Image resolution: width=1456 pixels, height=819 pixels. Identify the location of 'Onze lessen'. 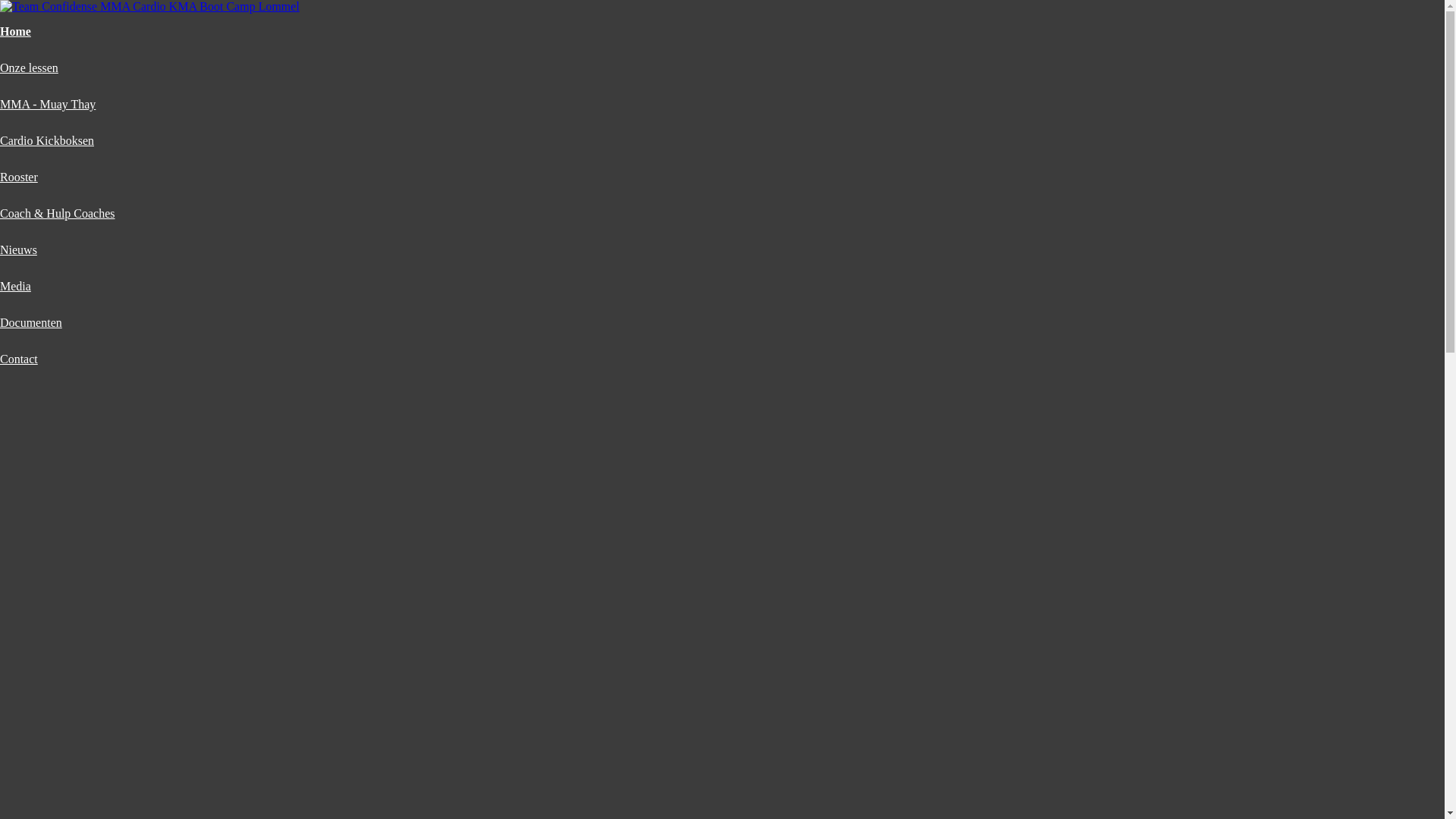
(29, 67).